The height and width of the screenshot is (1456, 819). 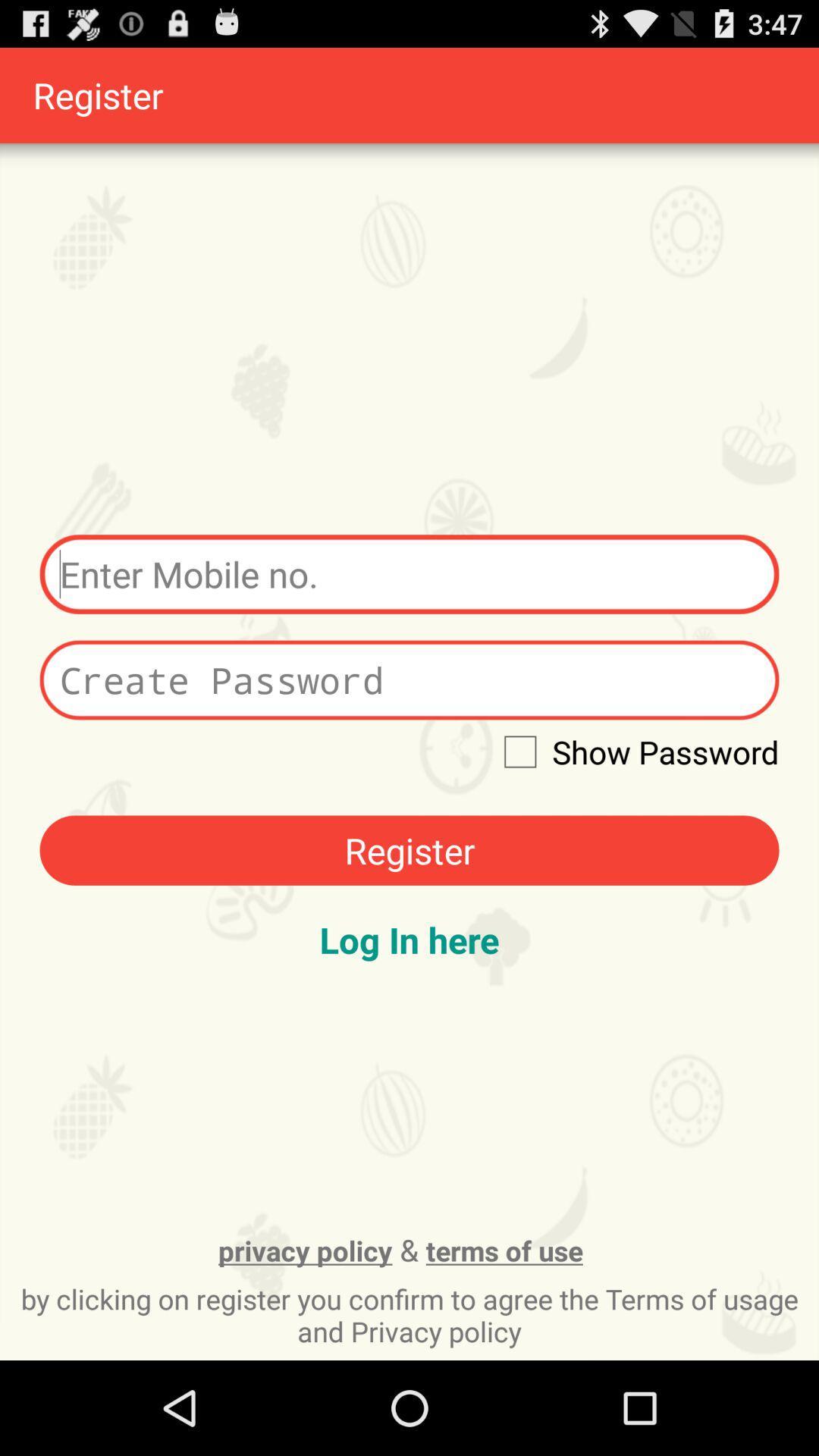 What do you see at coordinates (409, 573) in the screenshot?
I see `box` at bounding box center [409, 573].